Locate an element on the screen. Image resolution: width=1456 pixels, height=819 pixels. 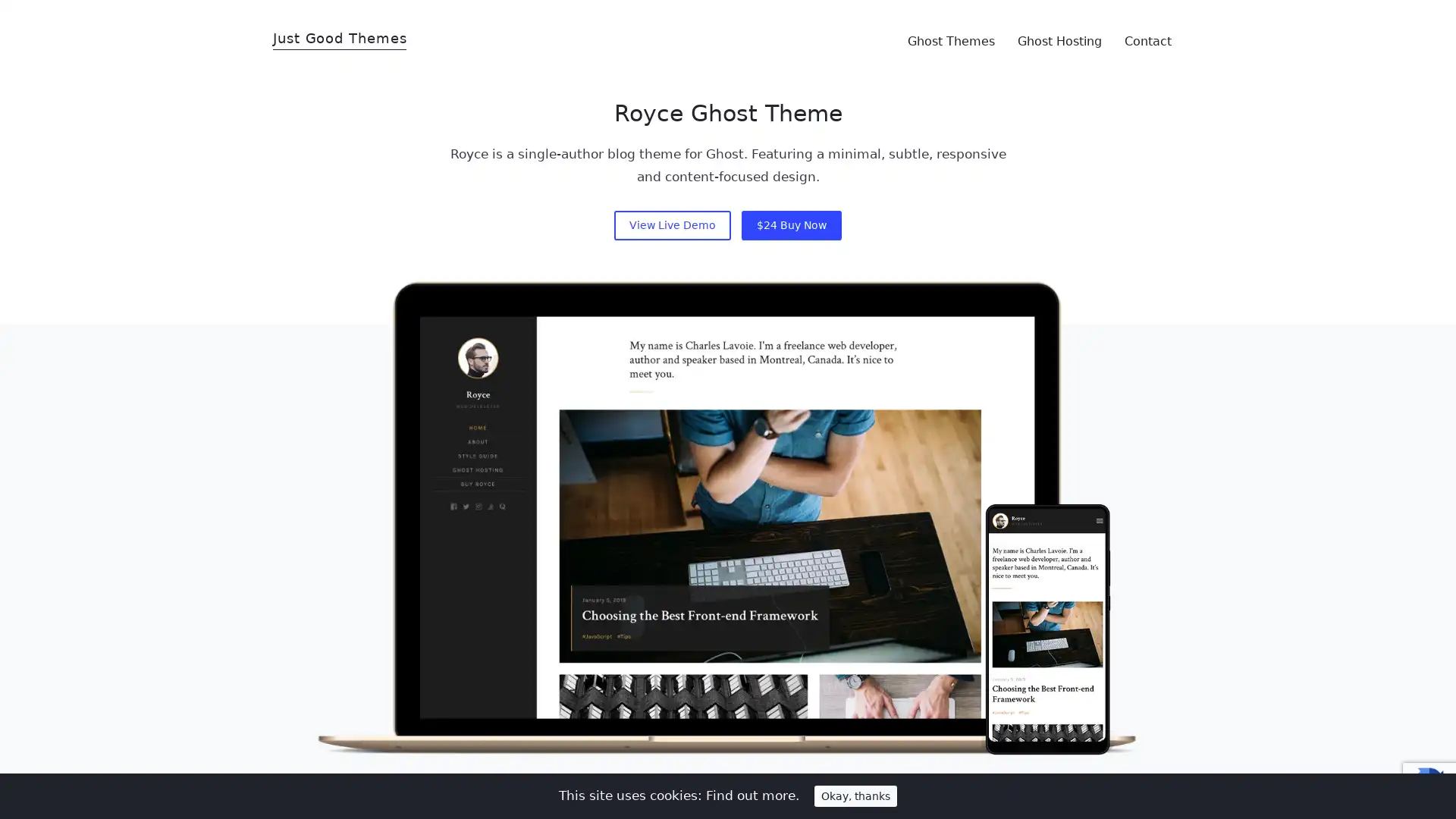
Okay, thanks is located at coordinates (855, 795).